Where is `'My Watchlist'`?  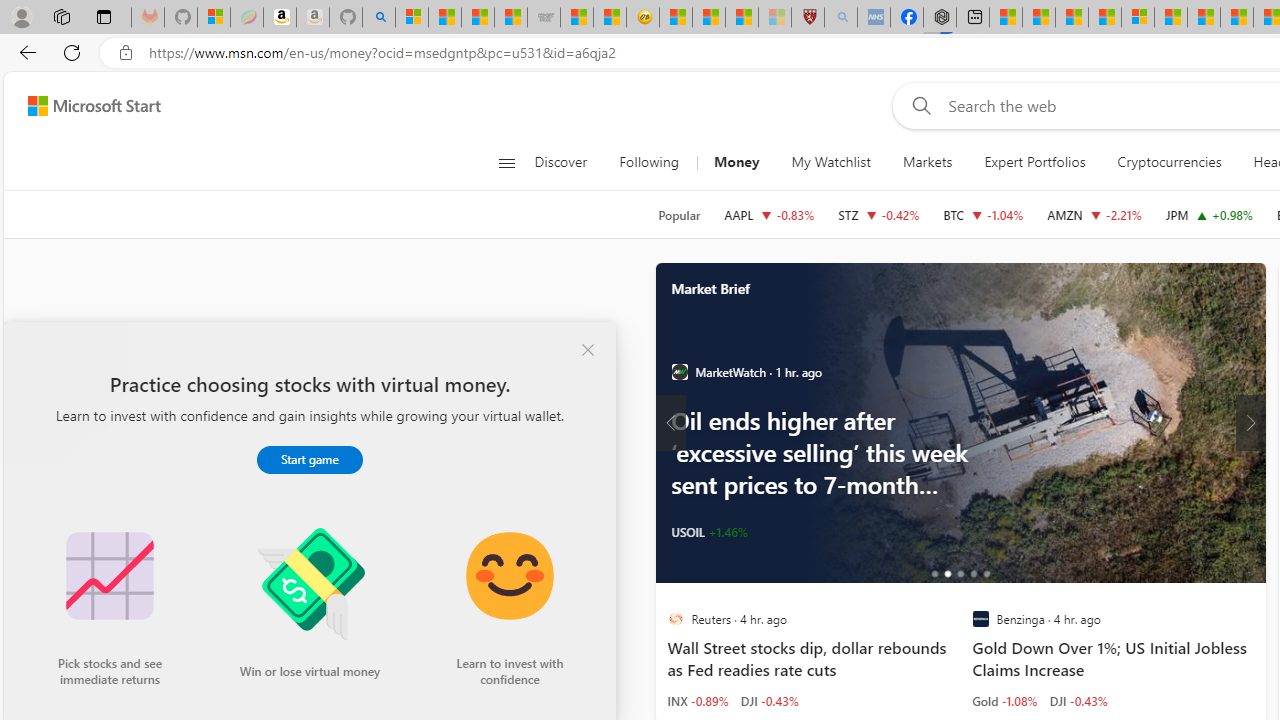 'My Watchlist' is located at coordinates (830, 162).